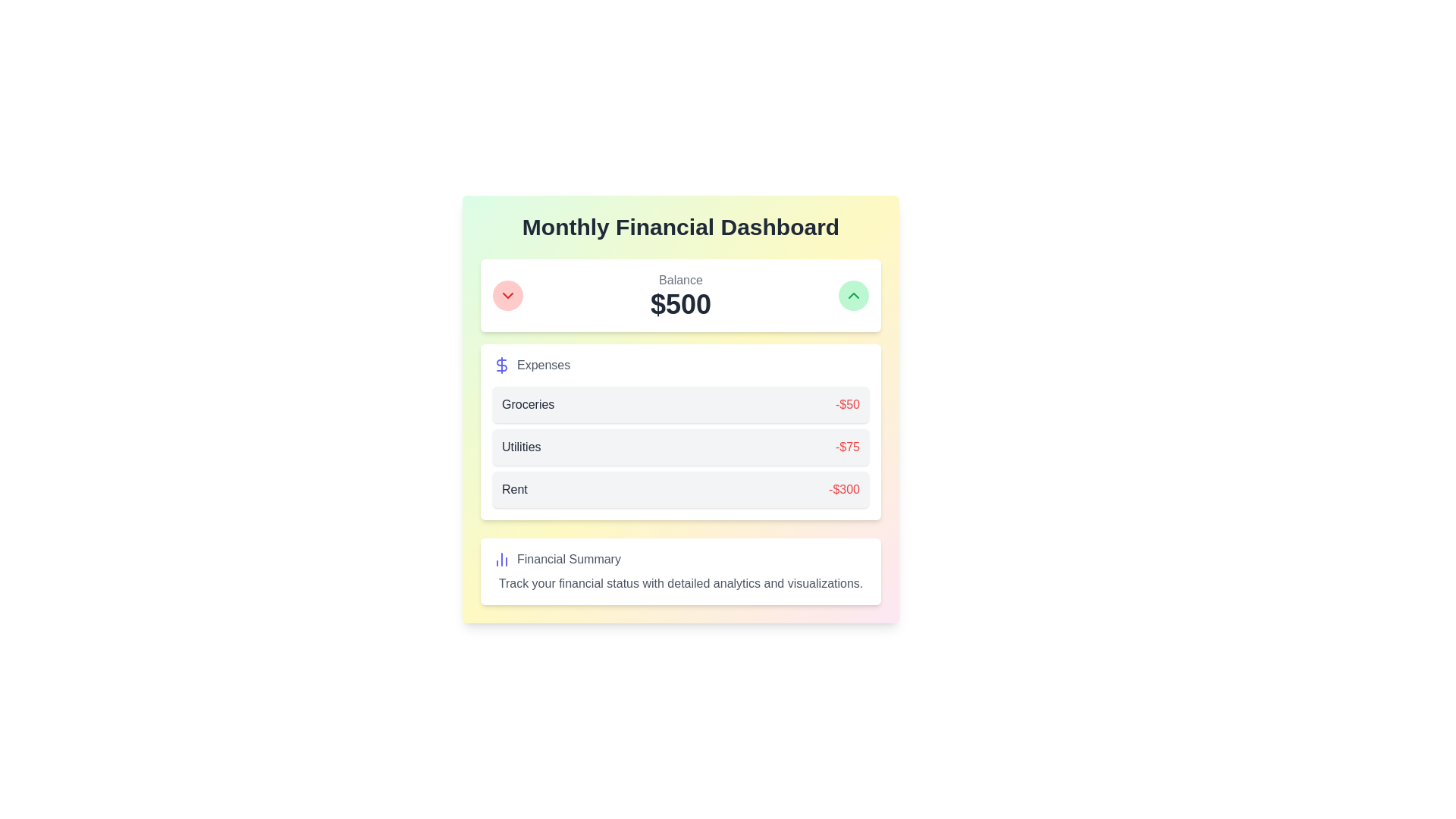 Image resolution: width=1456 pixels, height=819 pixels. What do you see at coordinates (679, 447) in the screenshot?
I see `the second row in the 'Expenses' section that displays 'Utilities -$75'` at bounding box center [679, 447].